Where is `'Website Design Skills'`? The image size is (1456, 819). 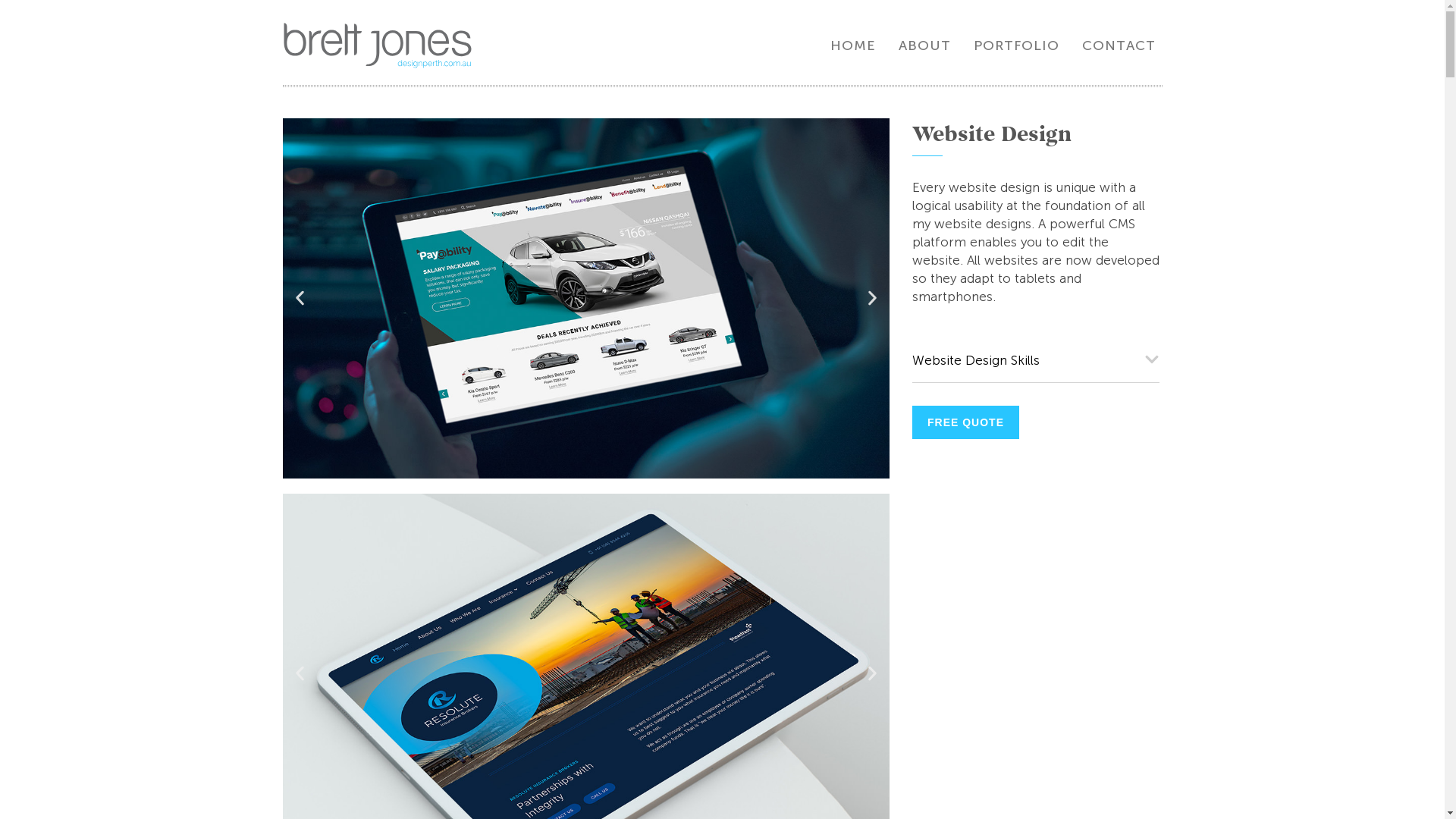 'Website Design Skills' is located at coordinates (910, 360).